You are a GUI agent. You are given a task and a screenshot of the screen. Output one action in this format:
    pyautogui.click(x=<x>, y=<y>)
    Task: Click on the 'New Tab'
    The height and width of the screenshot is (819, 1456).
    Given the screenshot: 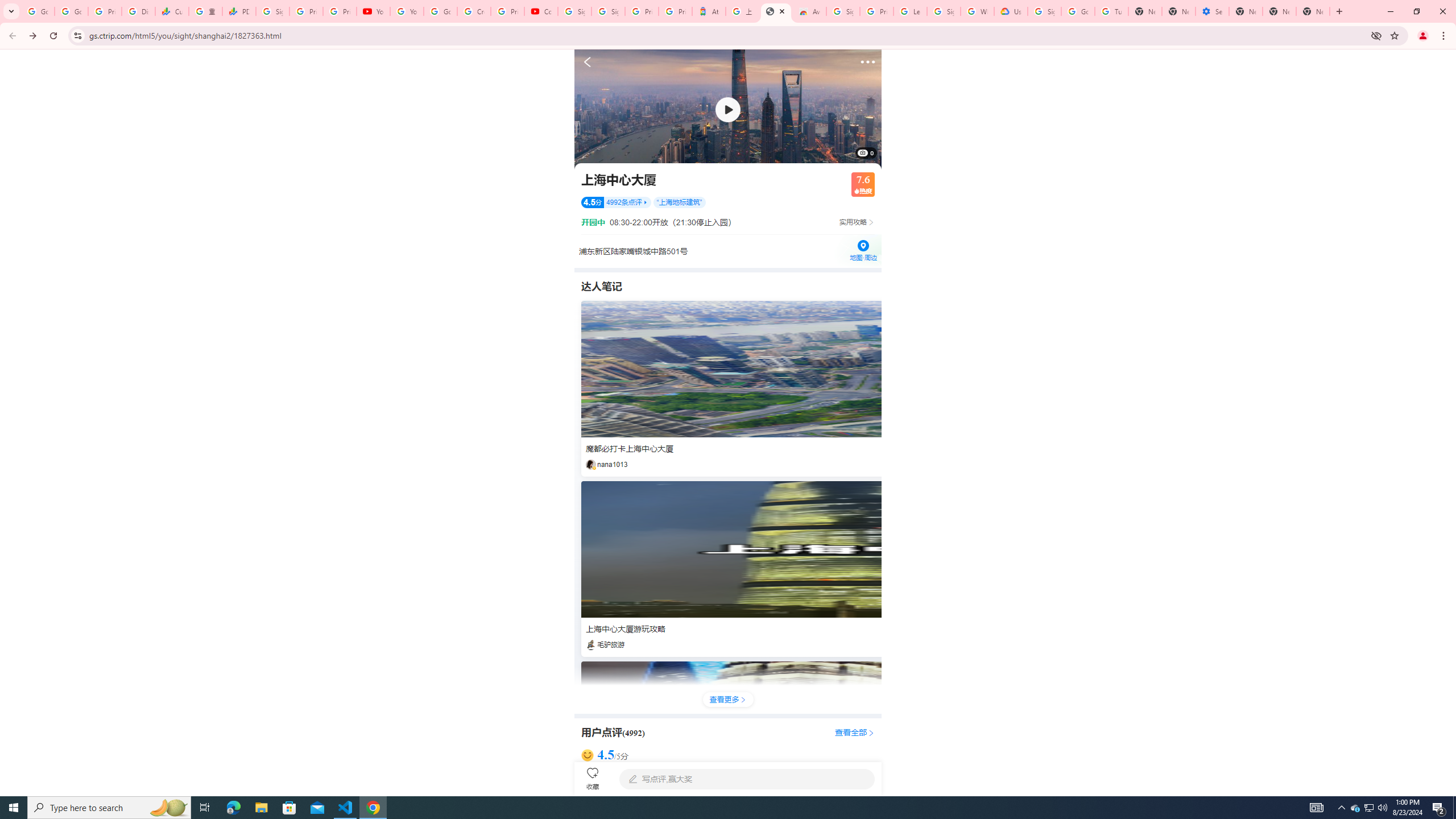 What is the action you would take?
    pyautogui.click(x=1246, y=11)
    